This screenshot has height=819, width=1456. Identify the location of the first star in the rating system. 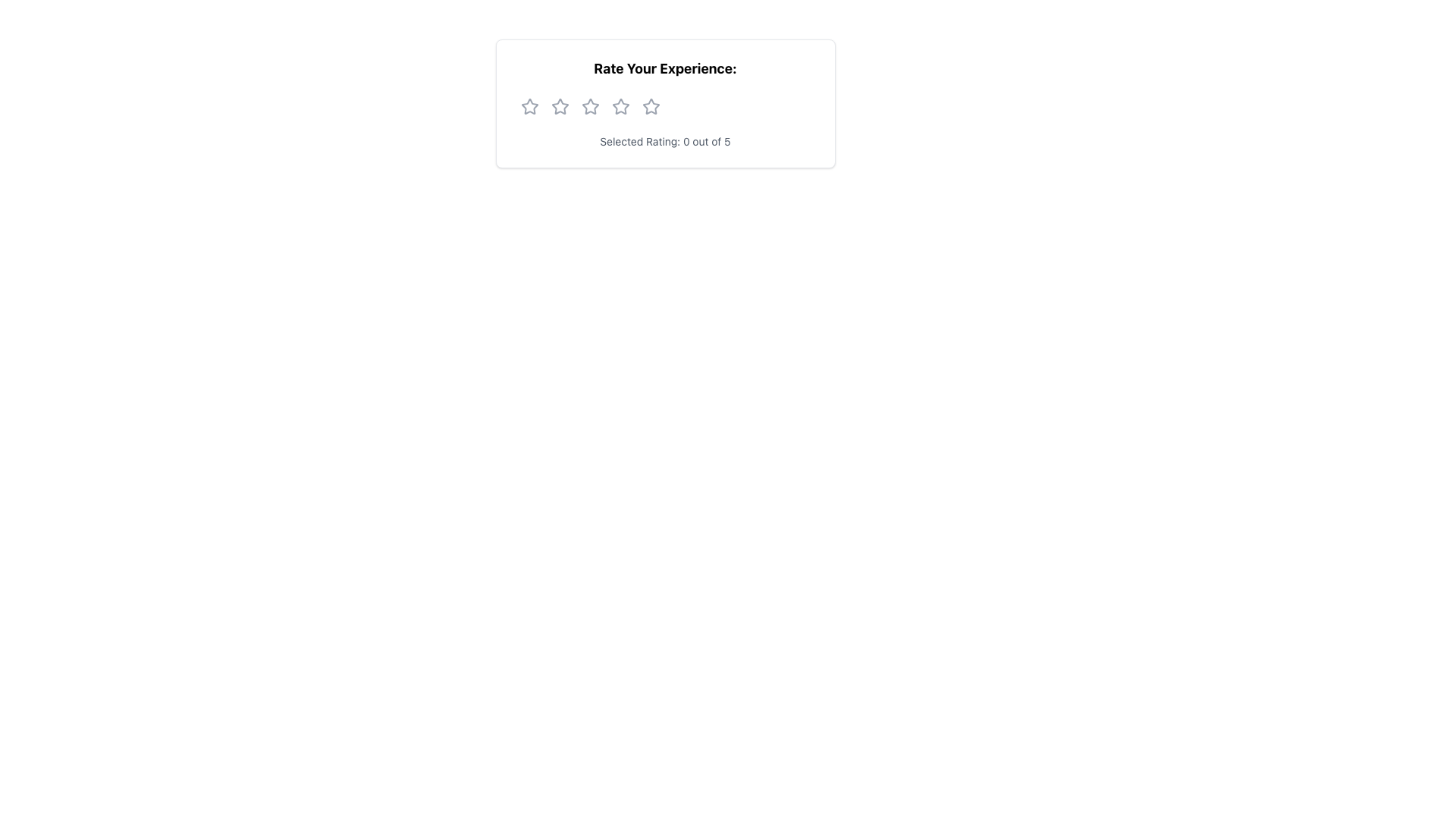
(529, 106).